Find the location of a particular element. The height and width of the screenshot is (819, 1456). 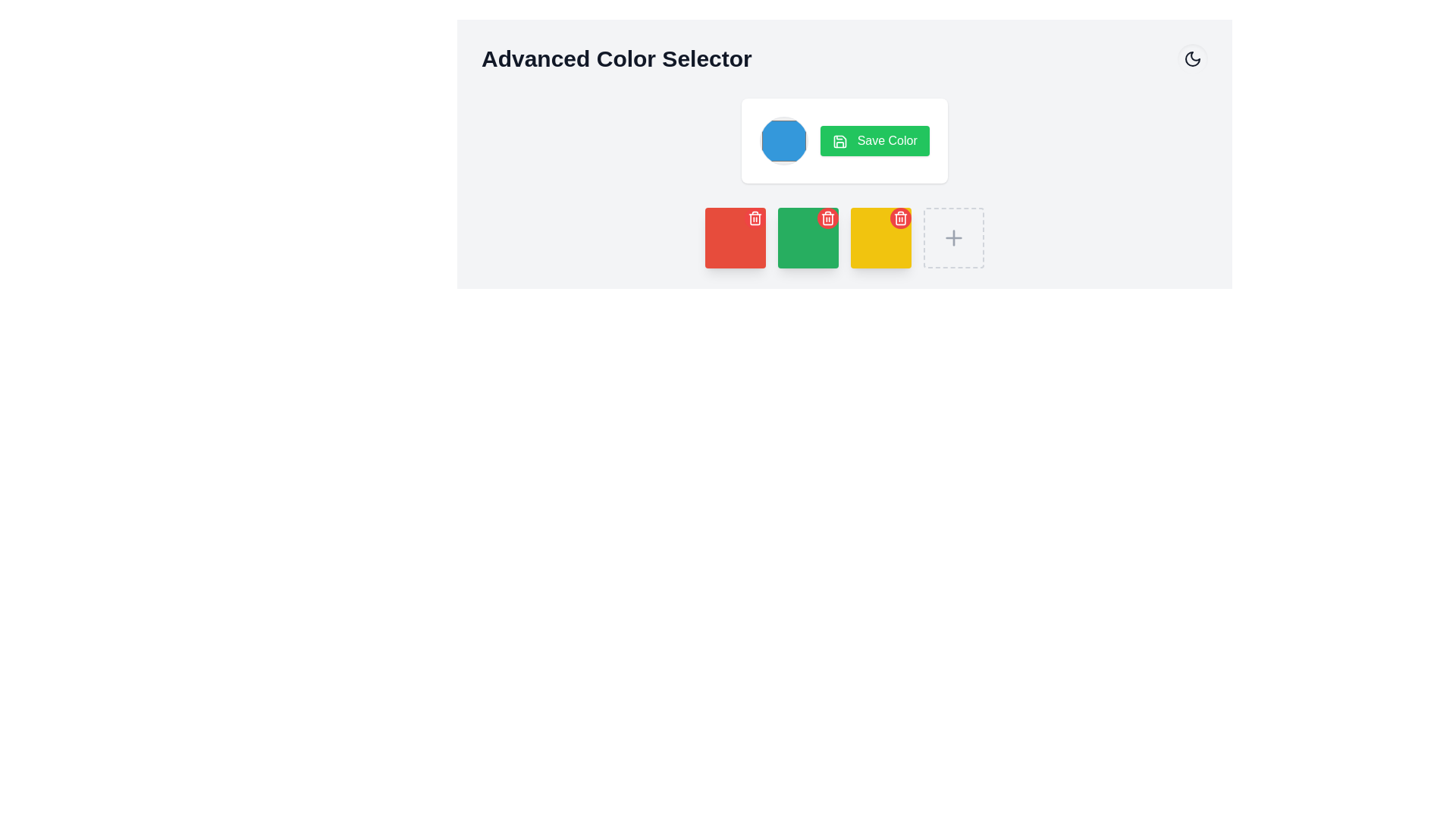

the theme toggle button located at the top-right corner of the 'Advanced Color Selector' interface, indicated by a moon symbol is located at coordinates (1192, 58).